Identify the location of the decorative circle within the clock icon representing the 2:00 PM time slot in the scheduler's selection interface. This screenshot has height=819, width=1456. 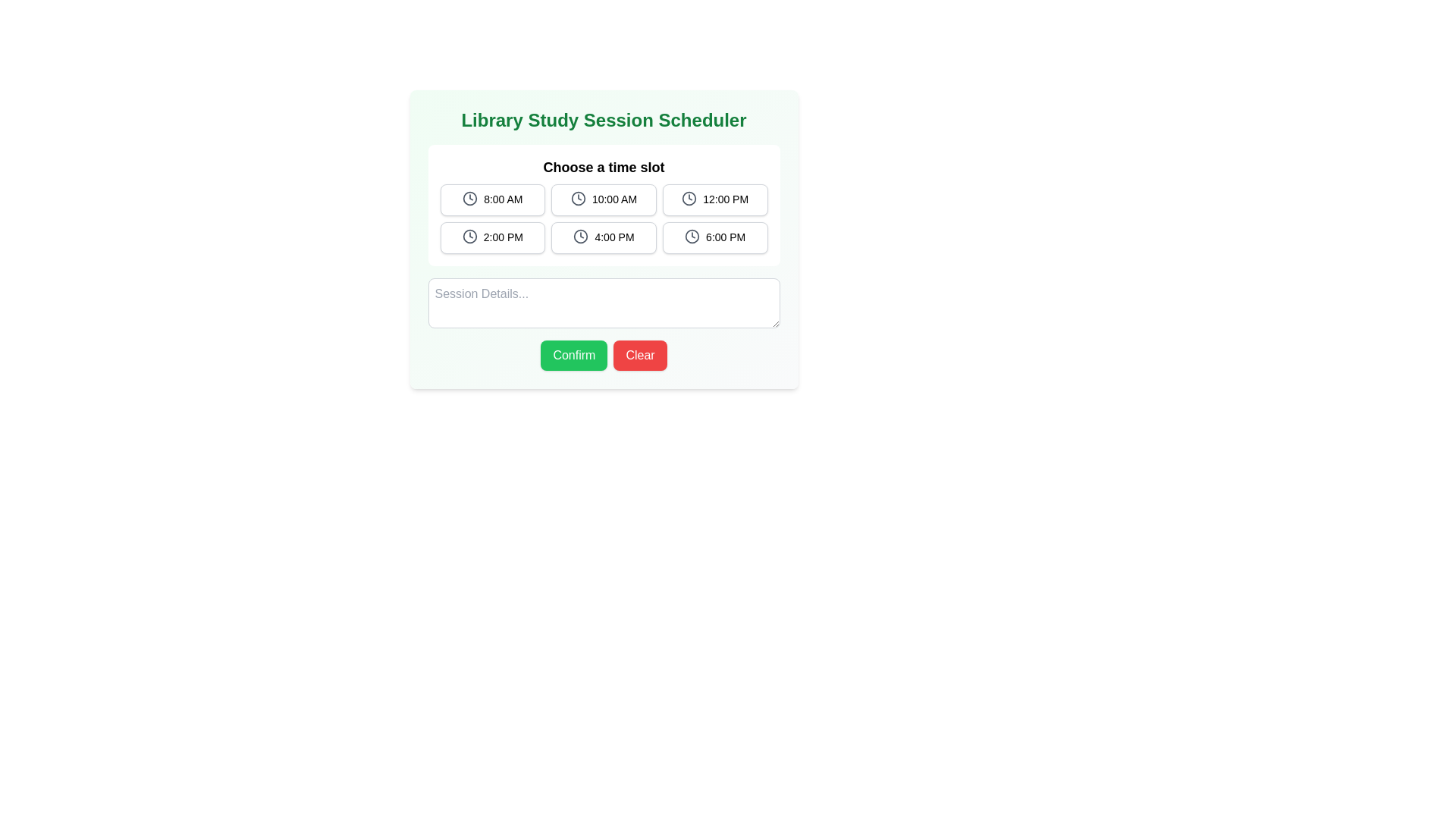
(469, 237).